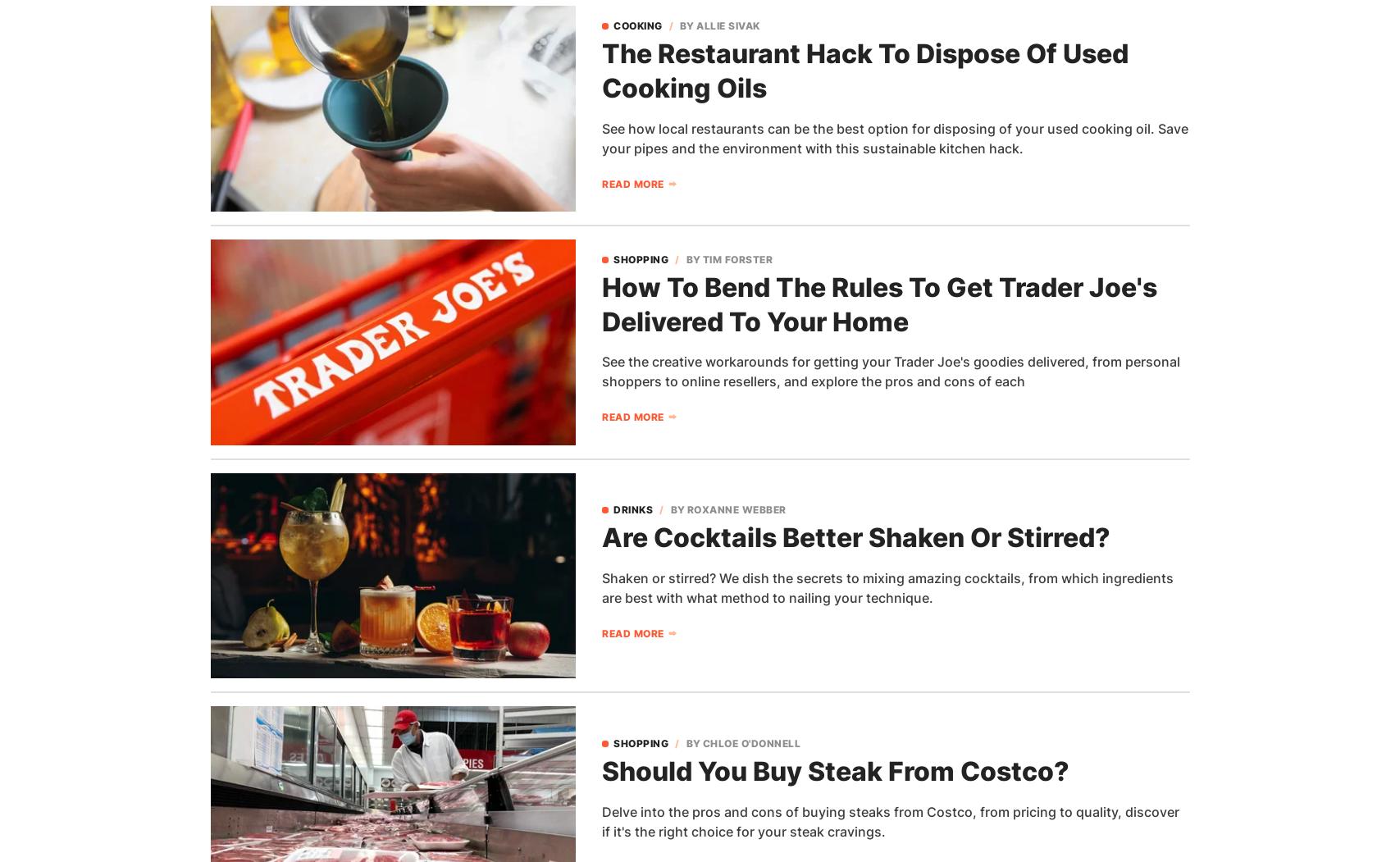 This screenshot has width=1400, height=862. What do you see at coordinates (736, 258) in the screenshot?
I see `'Tim Forster'` at bounding box center [736, 258].